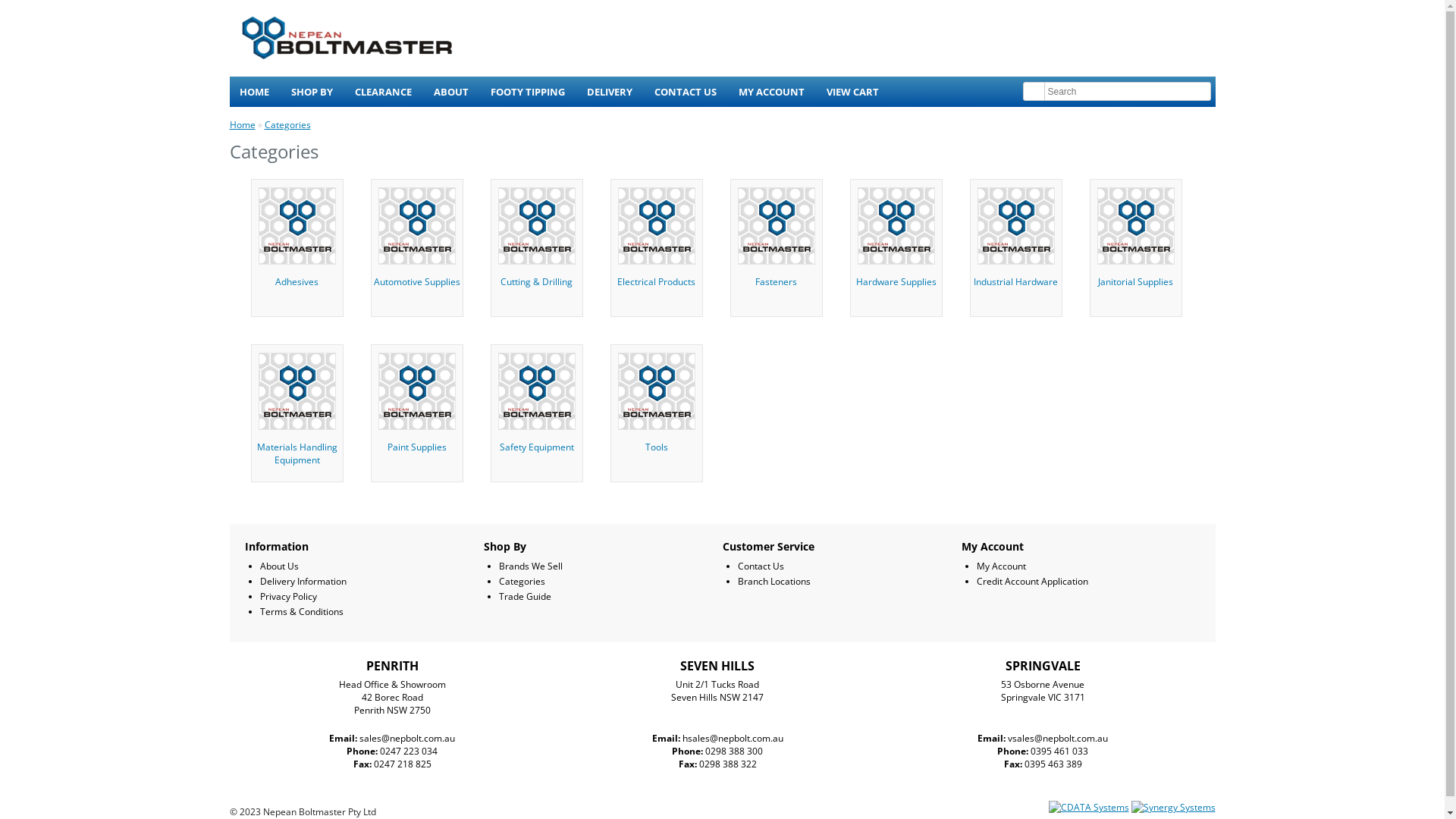 This screenshot has width=1456, height=819. What do you see at coordinates (1031, 580) in the screenshot?
I see `'Credit Account Application'` at bounding box center [1031, 580].